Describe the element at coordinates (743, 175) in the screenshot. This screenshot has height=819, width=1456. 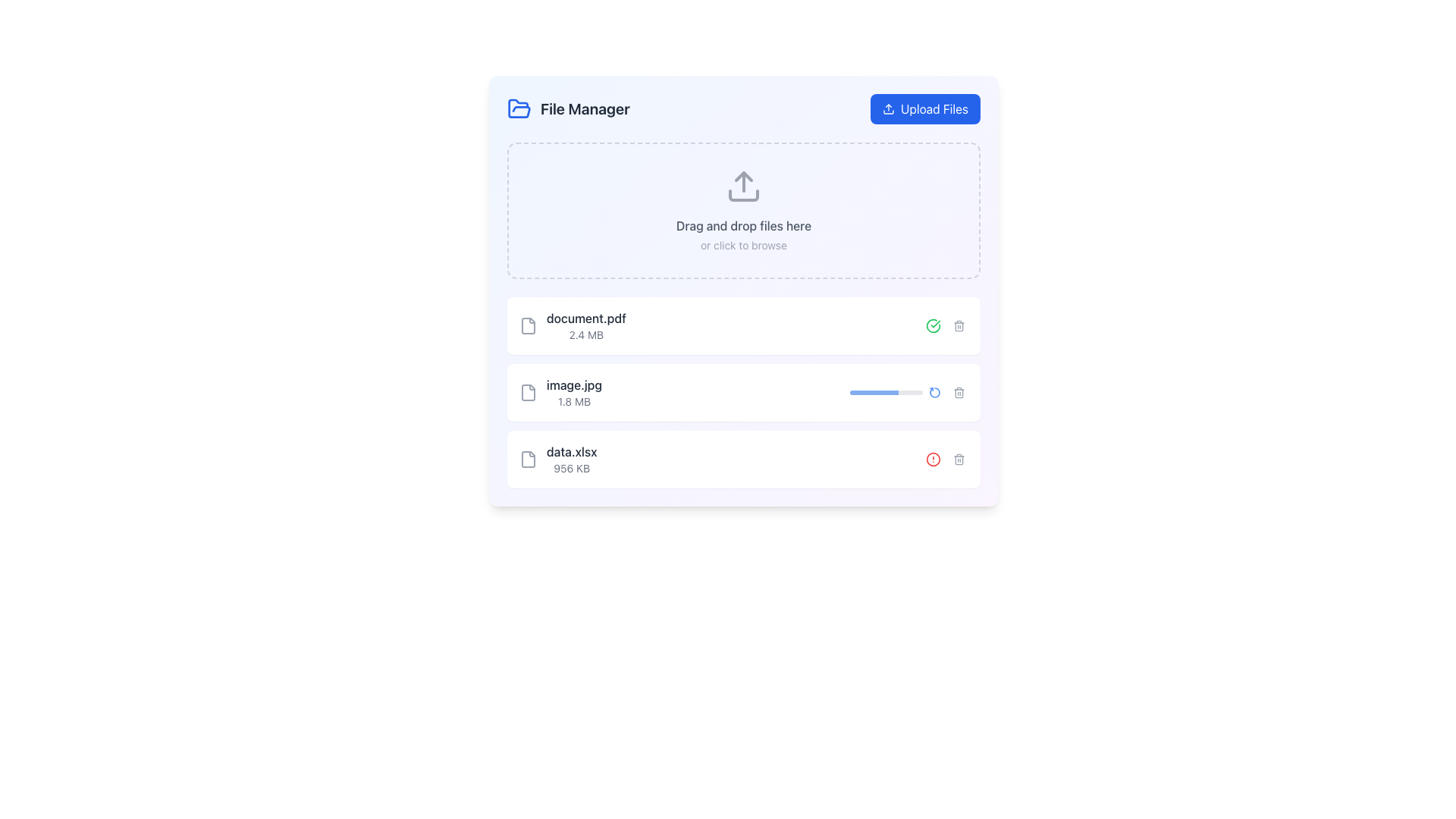
I see `the arrowhead of the graphical upload icon, which serves as a directional indication for the upload operation` at that location.